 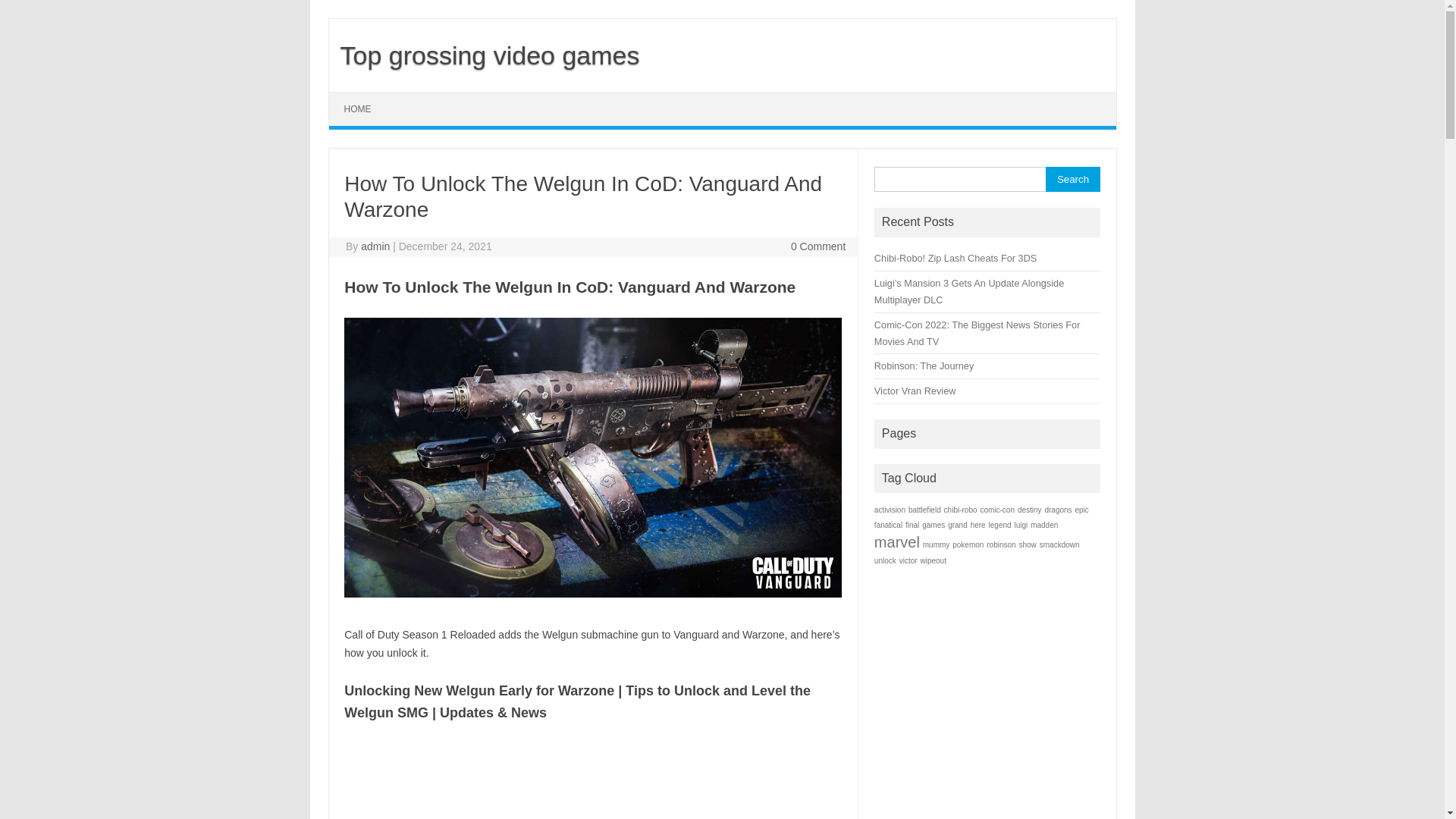 What do you see at coordinates (1000, 524) in the screenshot?
I see `'legend'` at bounding box center [1000, 524].